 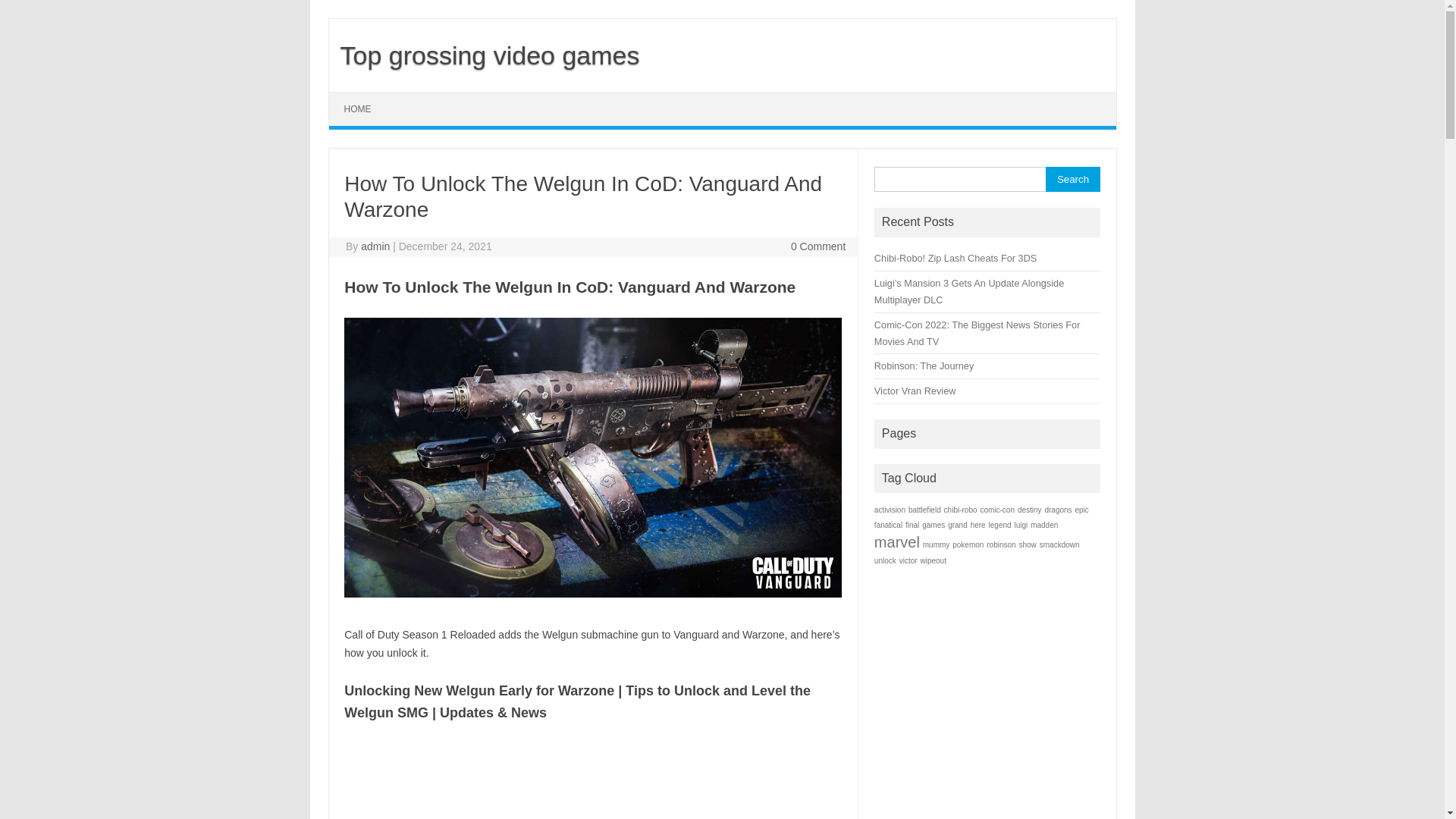 What do you see at coordinates (1000, 524) in the screenshot?
I see `'legend'` at bounding box center [1000, 524].